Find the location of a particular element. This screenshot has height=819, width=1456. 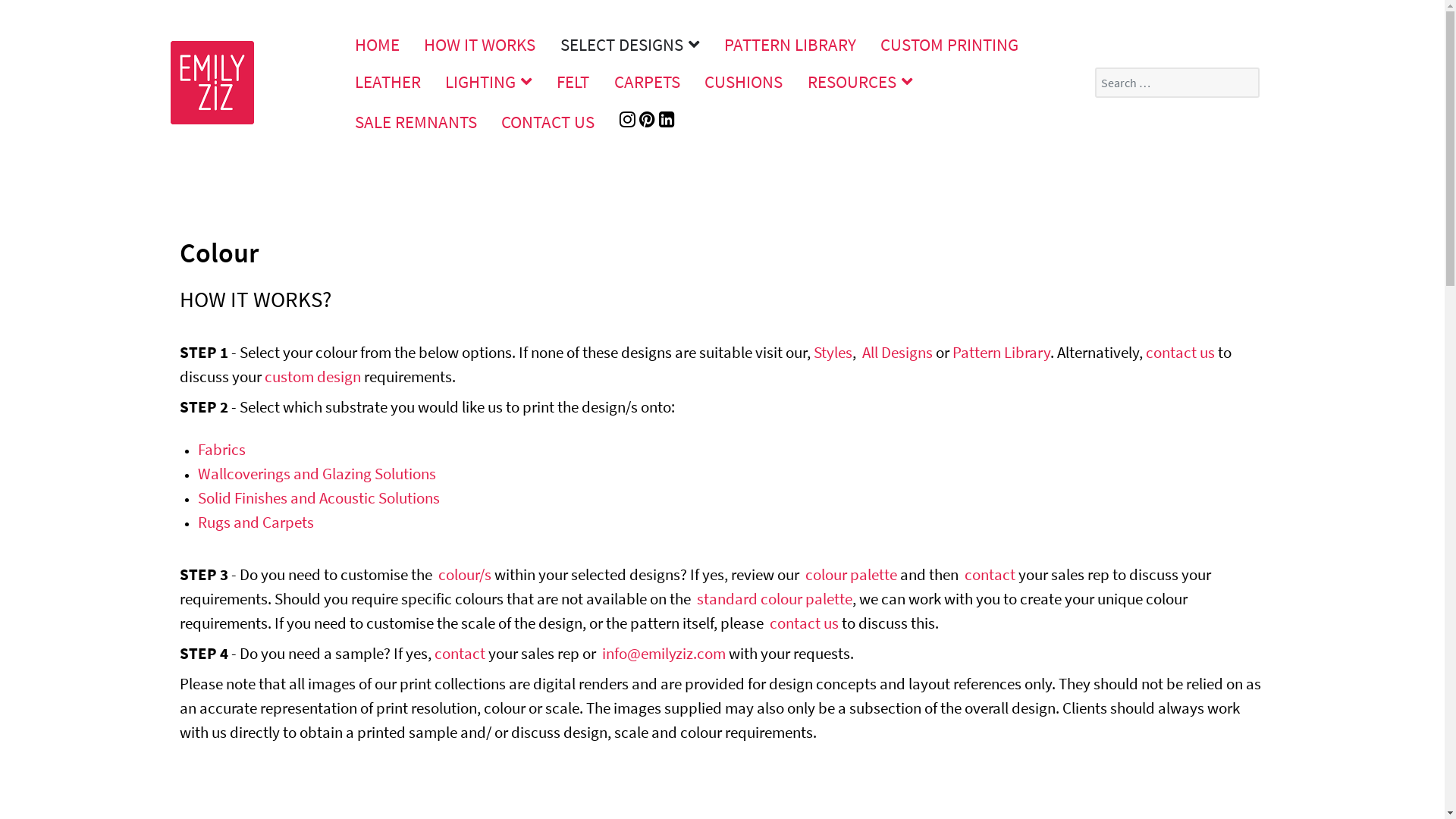

'SALE REMNANTS' is located at coordinates (342, 121).